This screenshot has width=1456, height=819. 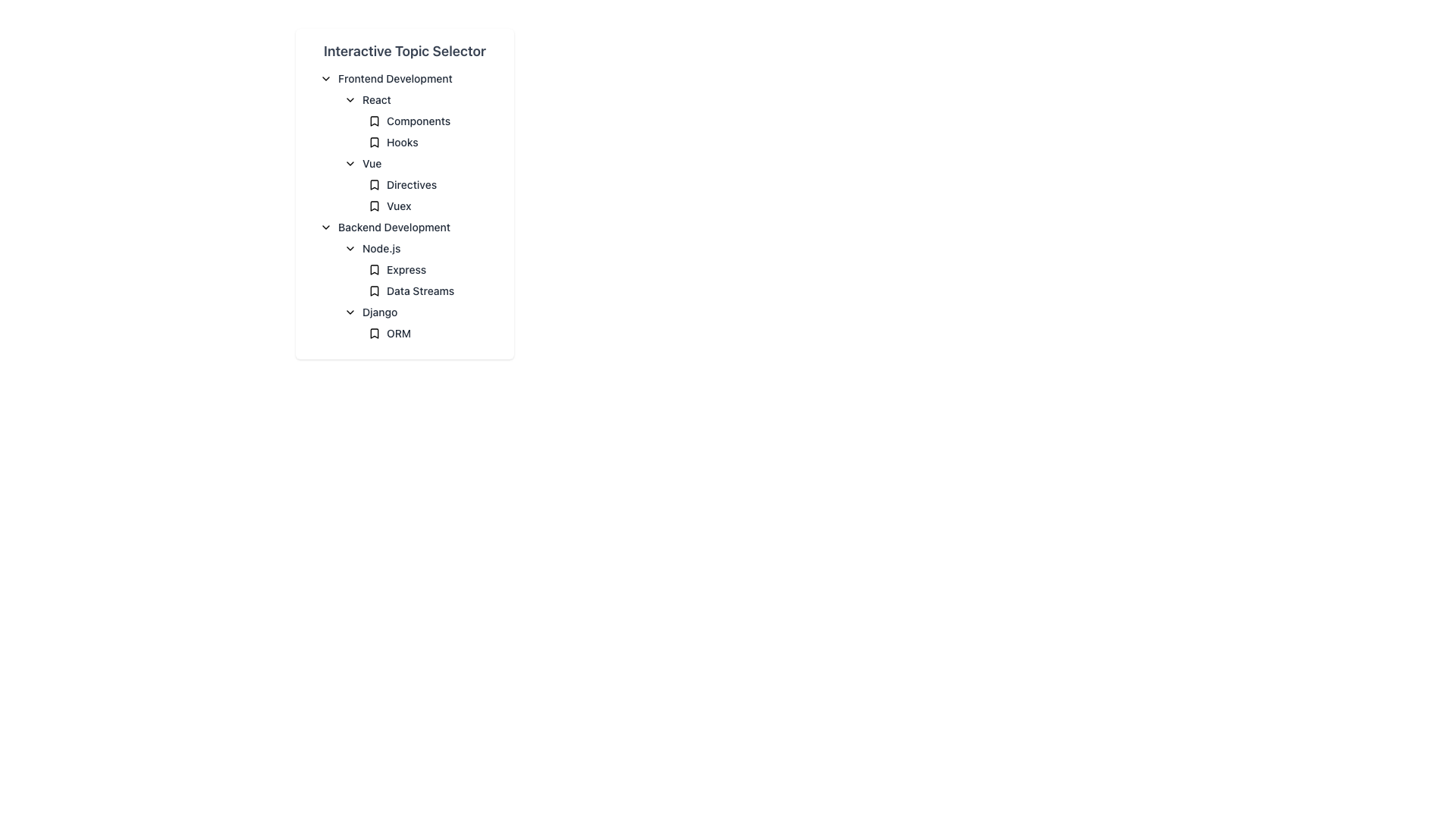 What do you see at coordinates (428, 130) in the screenshot?
I see `the List item labeled 'Components' and 'Hooks' in the React category of the Interactive Topic Selector` at bounding box center [428, 130].